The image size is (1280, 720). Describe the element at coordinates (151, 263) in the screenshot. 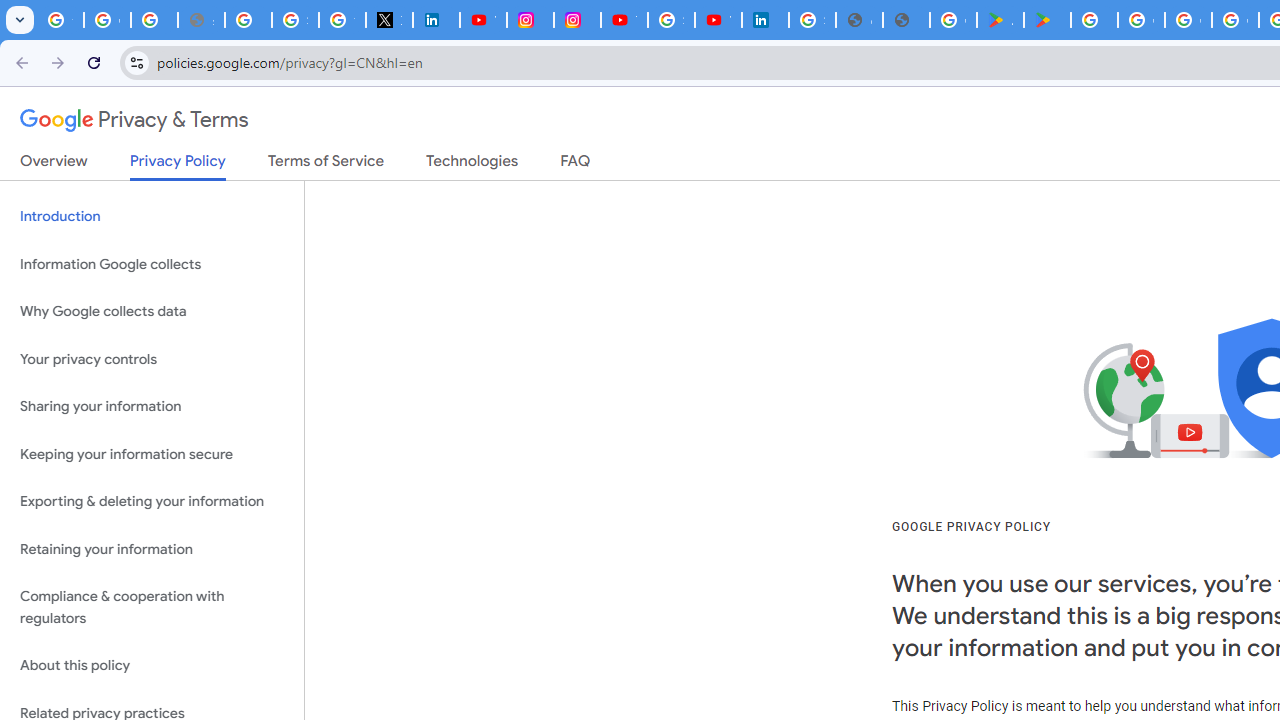

I see `'Information Google collects'` at that location.